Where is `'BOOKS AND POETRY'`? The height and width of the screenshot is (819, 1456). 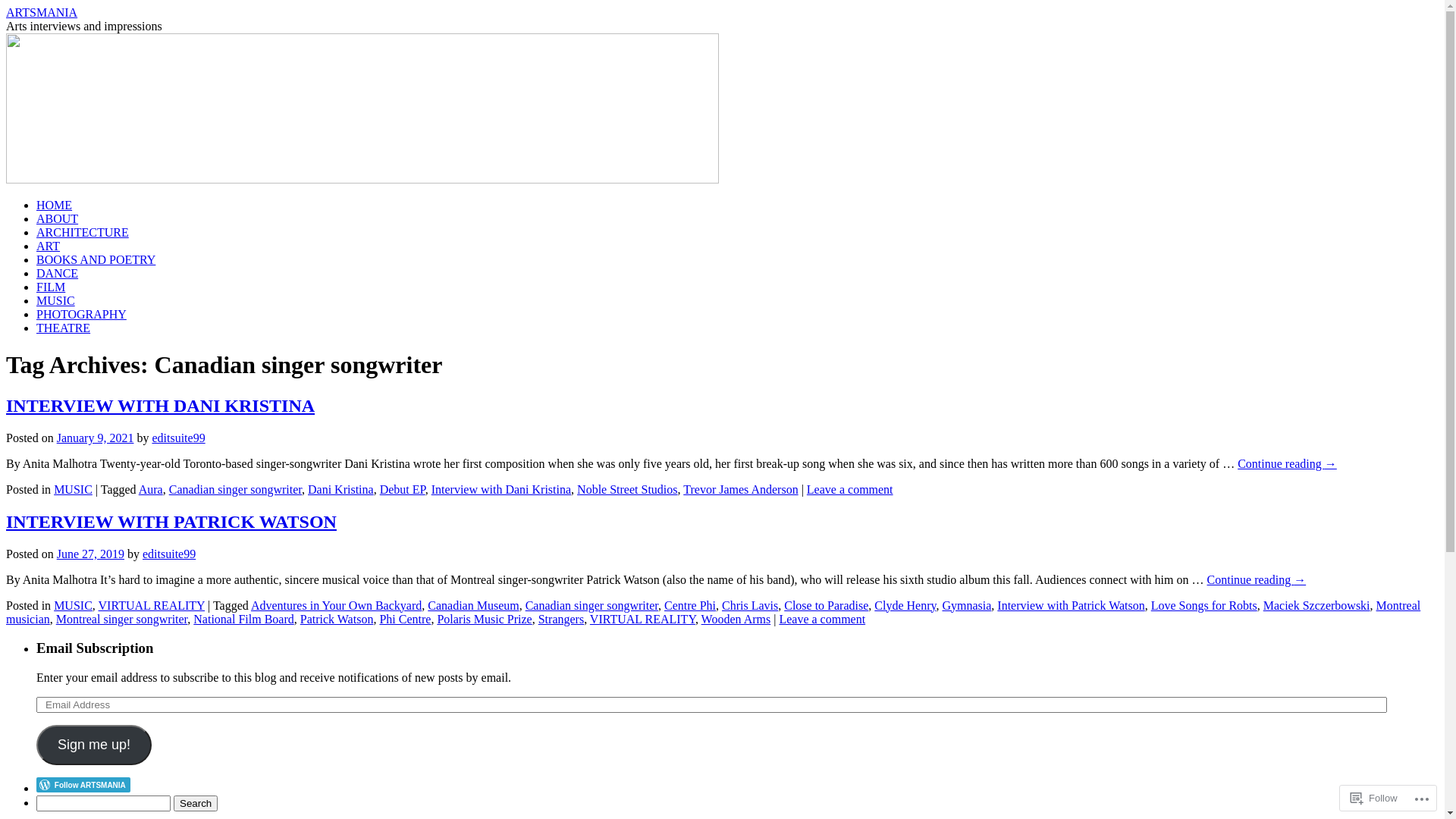 'BOOKS AND POETRY' is located at coordinates (36, 259).